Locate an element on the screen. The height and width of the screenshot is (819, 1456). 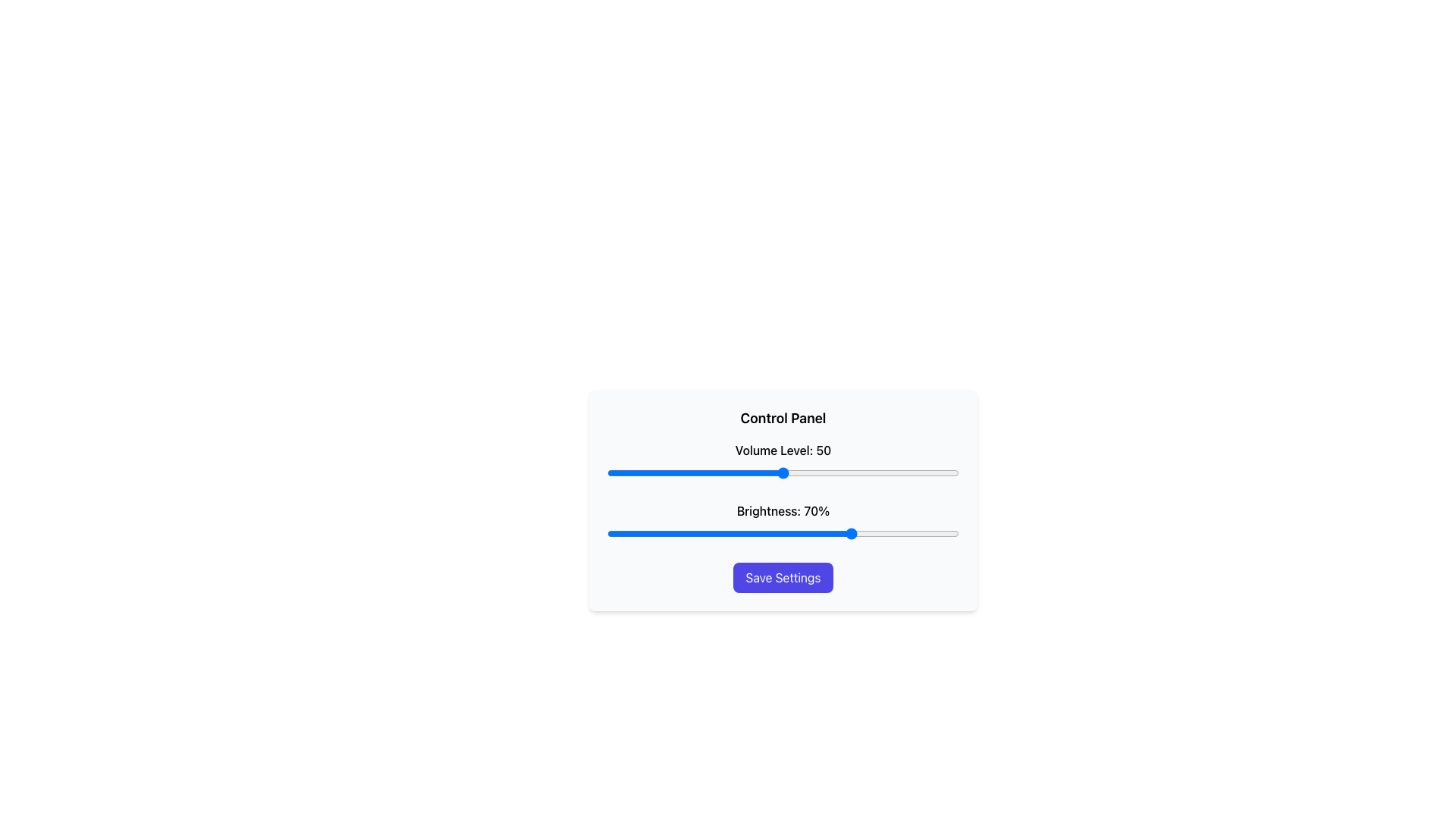
brightness is located at coordinates (892, 533).